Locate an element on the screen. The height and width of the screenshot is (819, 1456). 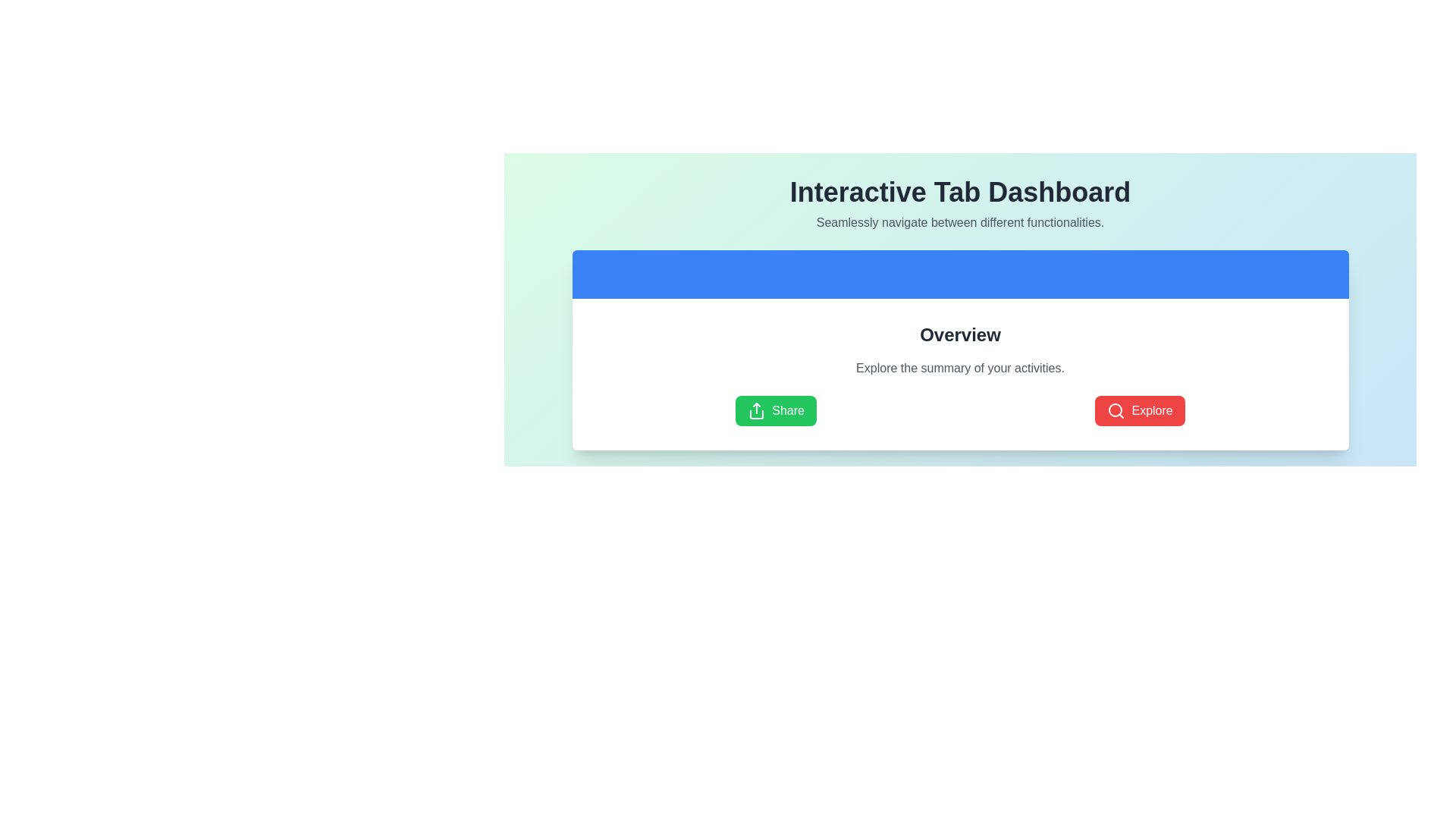
the 'Share' button which contains the SVG share arrow icon, located within a green rectangle with rounded corners is located at coordinates (757, 411).